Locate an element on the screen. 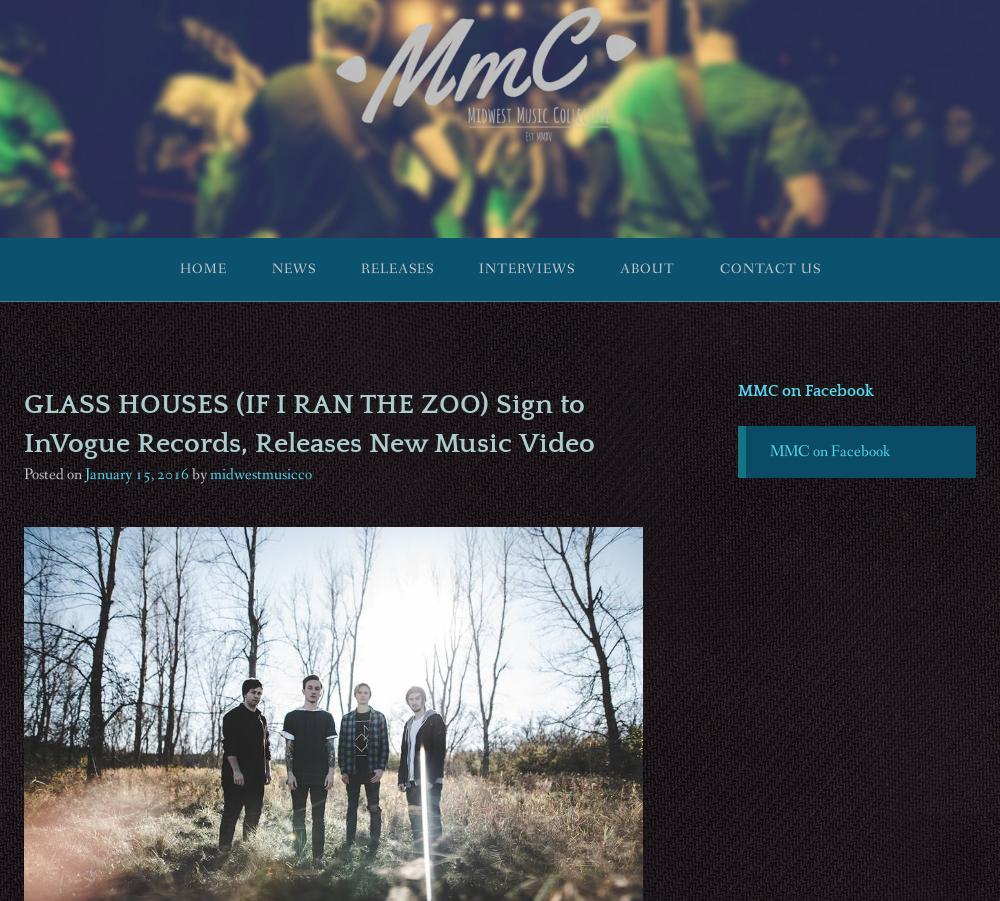 Image resolution: width=1000 pixels, height=901 pixels. 'GLASS HOUSES (IF I RAN THE ZOO) Sign to InVogue Records, Releases New Music Video' is located at coordinates (309, 422).